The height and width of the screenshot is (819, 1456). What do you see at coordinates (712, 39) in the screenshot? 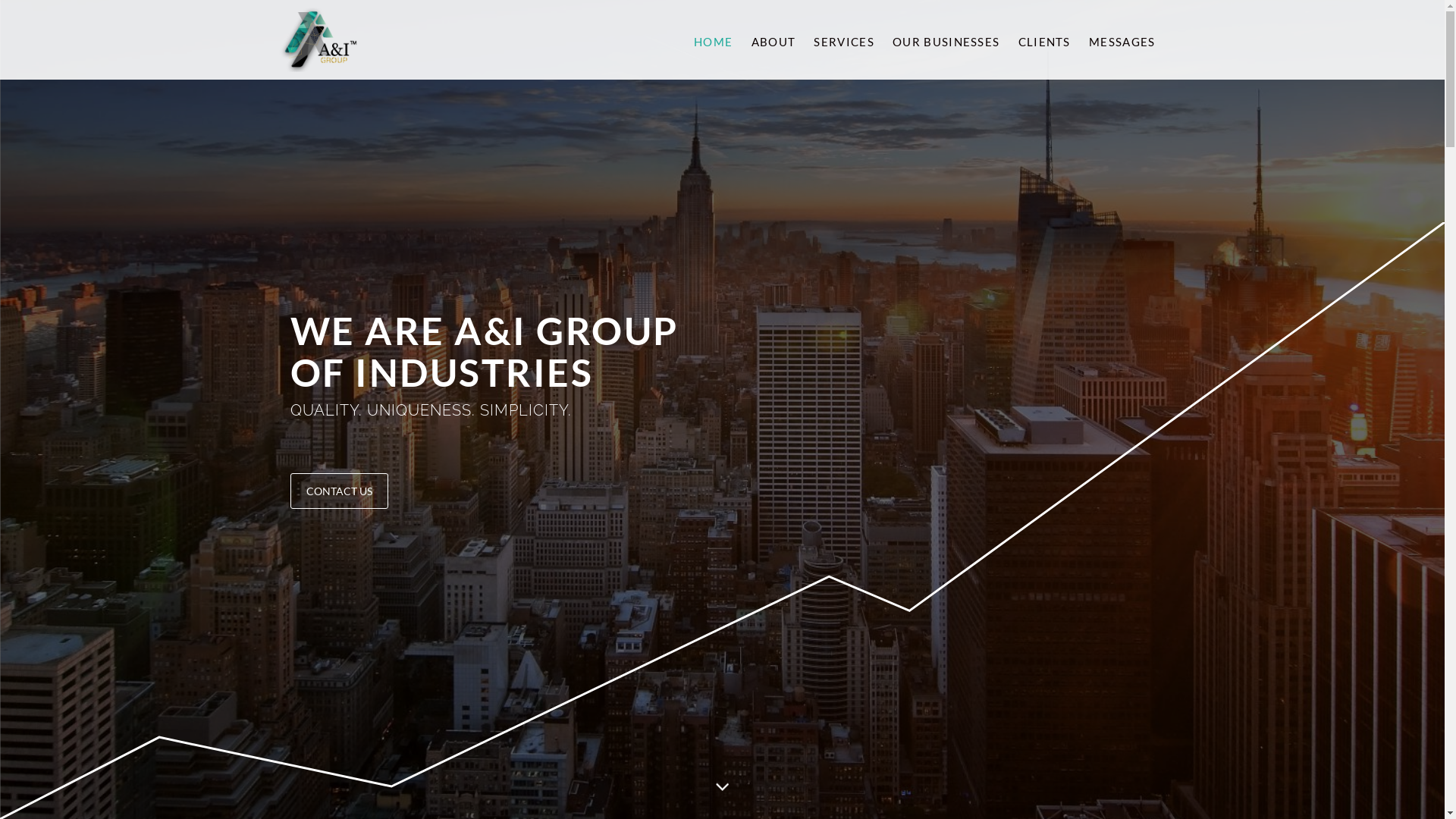
I see `'HOME'` at bounding box center [712, 39].